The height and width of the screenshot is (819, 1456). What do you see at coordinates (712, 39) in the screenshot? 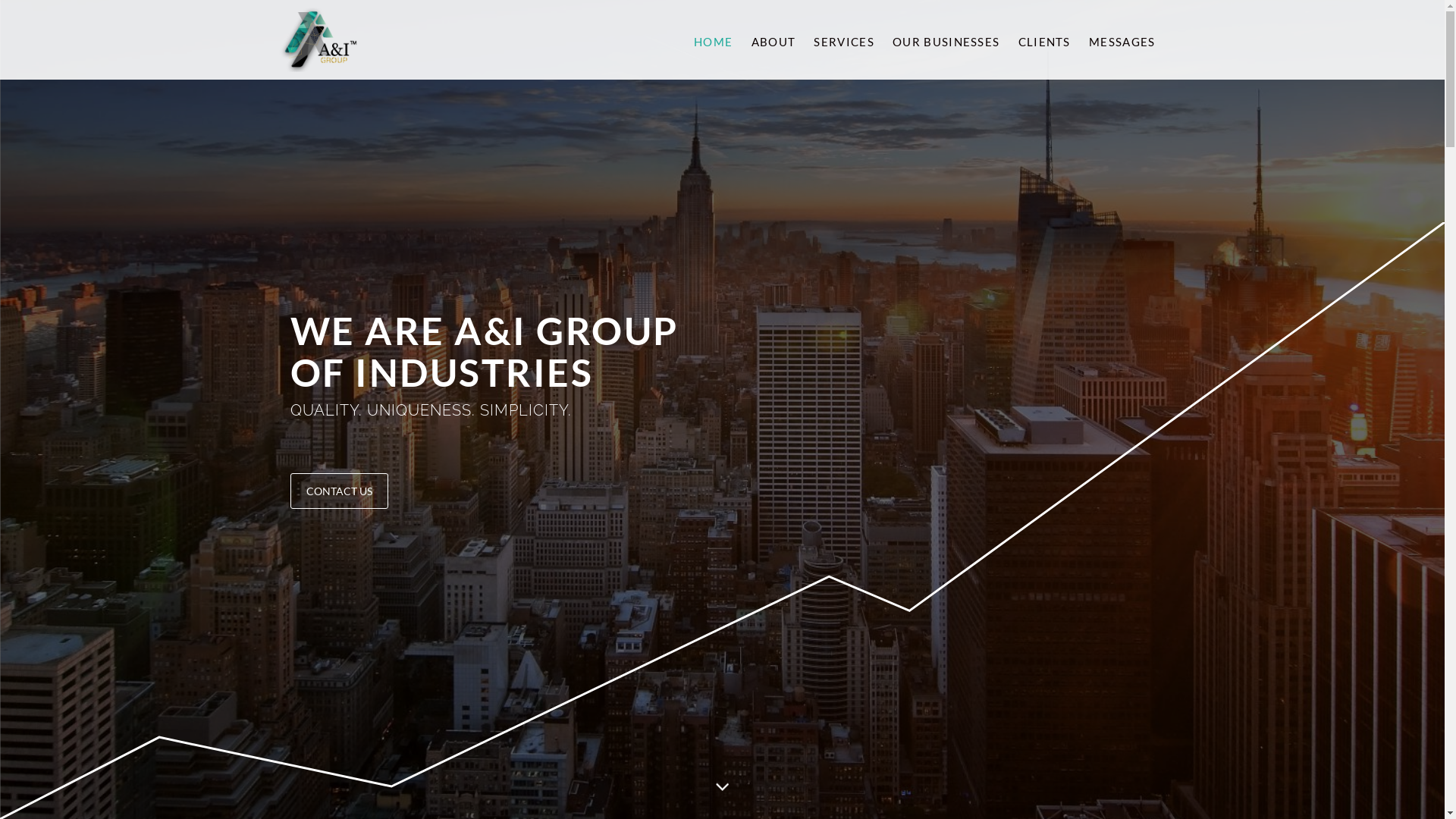
I see `'HOME'` at bounding box center [712, 39].